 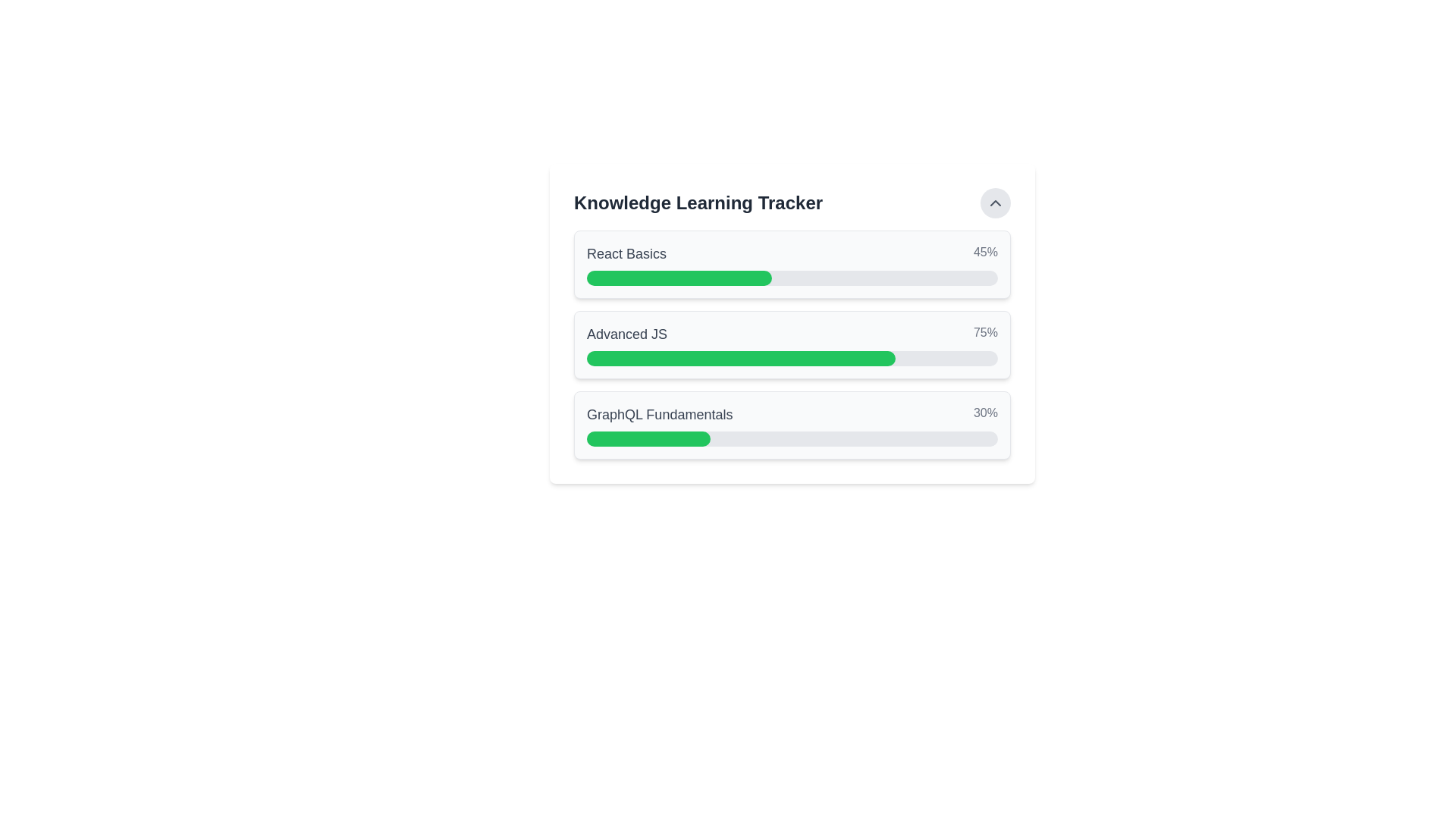 I want to click on the green progress bar that is part of the 'React Basics' learning tracker, which occupies approximately 45% of the light gray rounded-corner bar, so click(x=678, y=278).